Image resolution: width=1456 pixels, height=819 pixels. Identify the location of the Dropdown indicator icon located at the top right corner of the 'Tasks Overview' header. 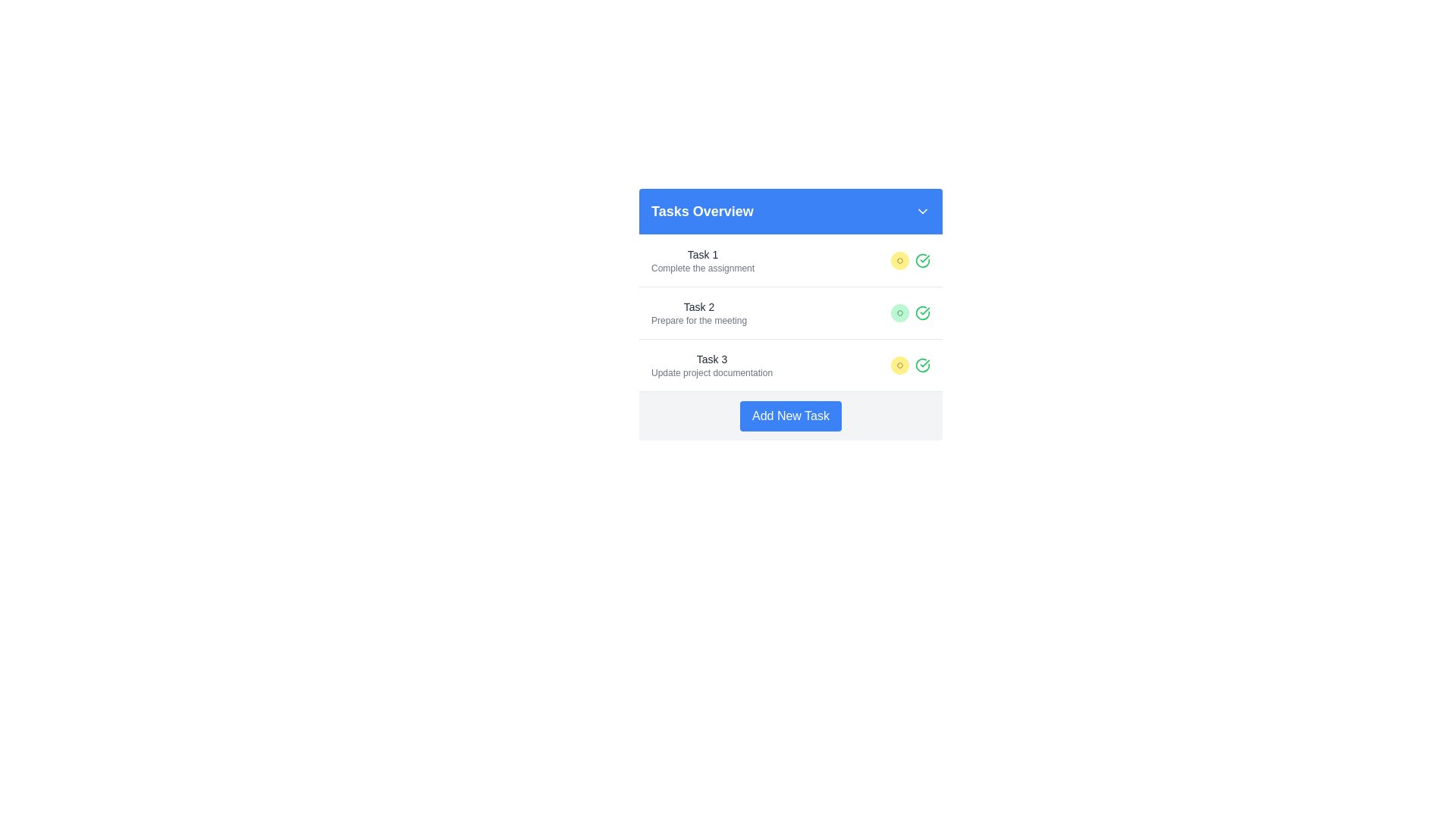
(922, 211).